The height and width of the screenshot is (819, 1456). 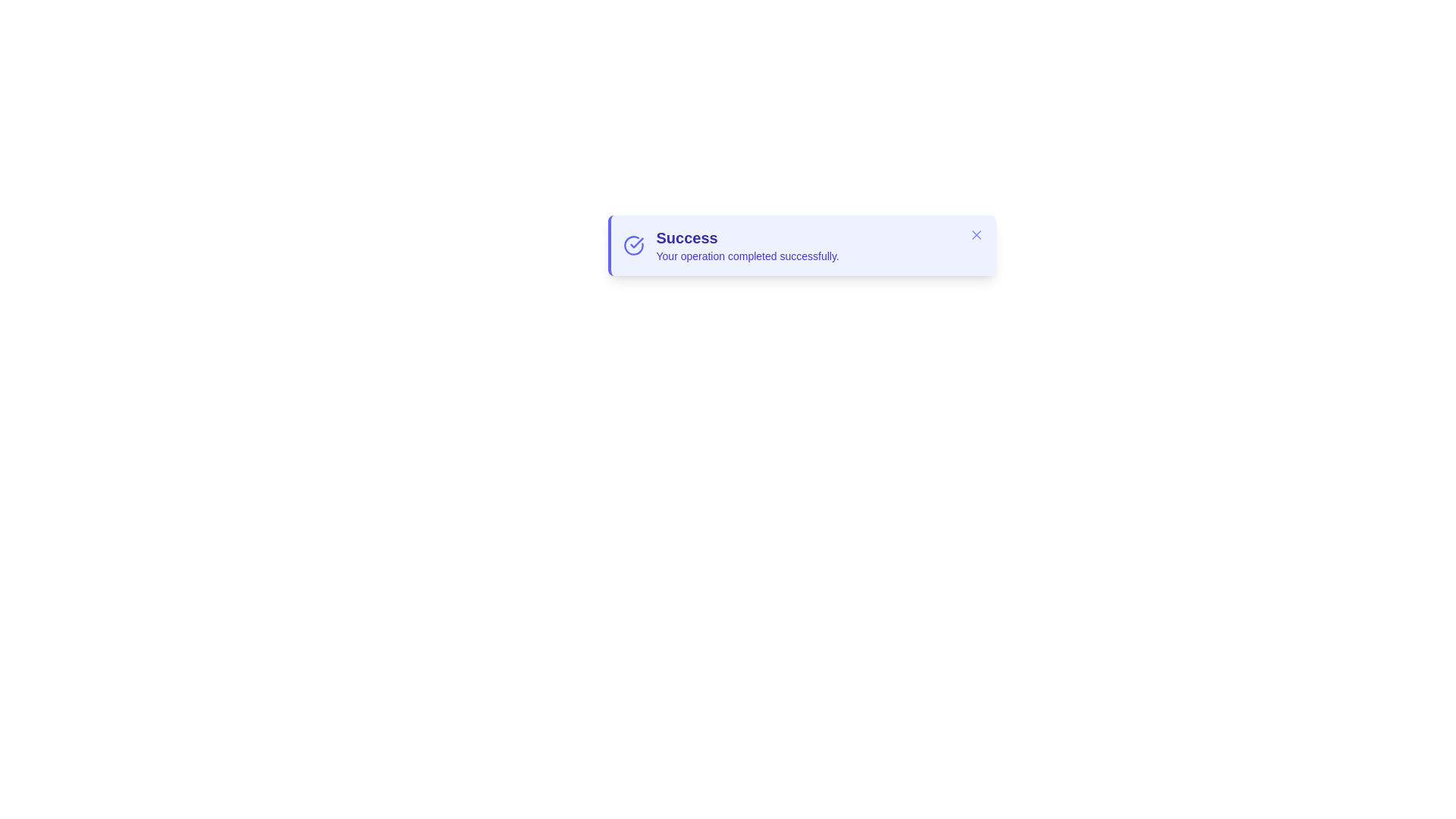 I want to click on success message displayed in the text label located in the notification box to the right of the checkmark icon, so click(x=748, y=245).